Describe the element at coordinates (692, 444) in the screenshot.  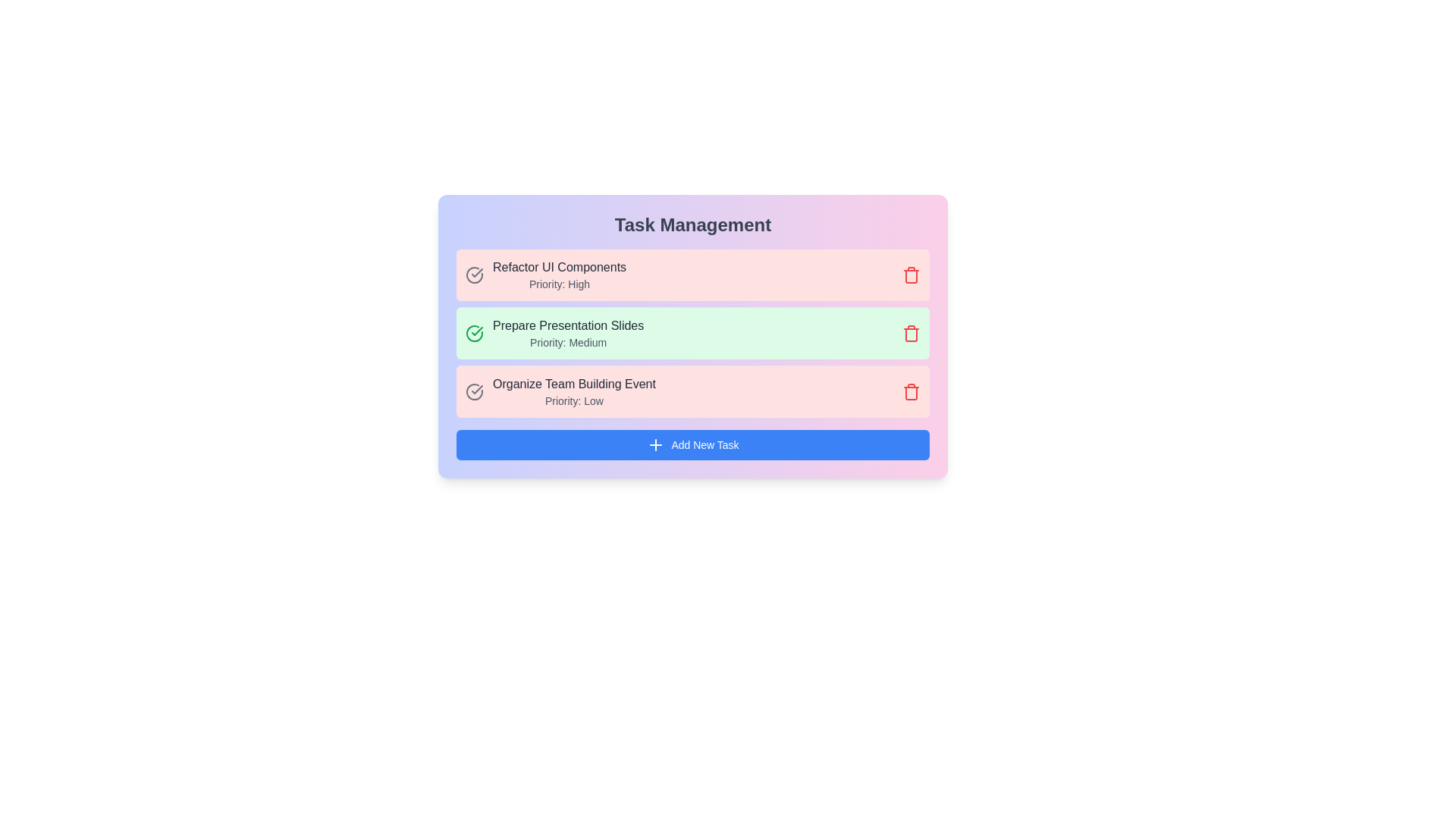
I see `the 'Add New Task' button to initiate adding a new task` at that location.